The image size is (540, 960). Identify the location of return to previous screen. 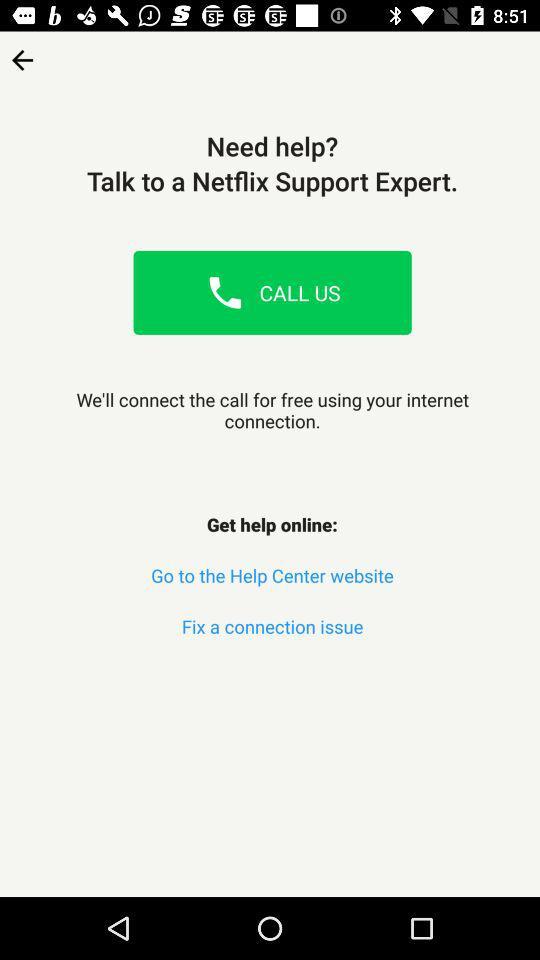
(21, 52).